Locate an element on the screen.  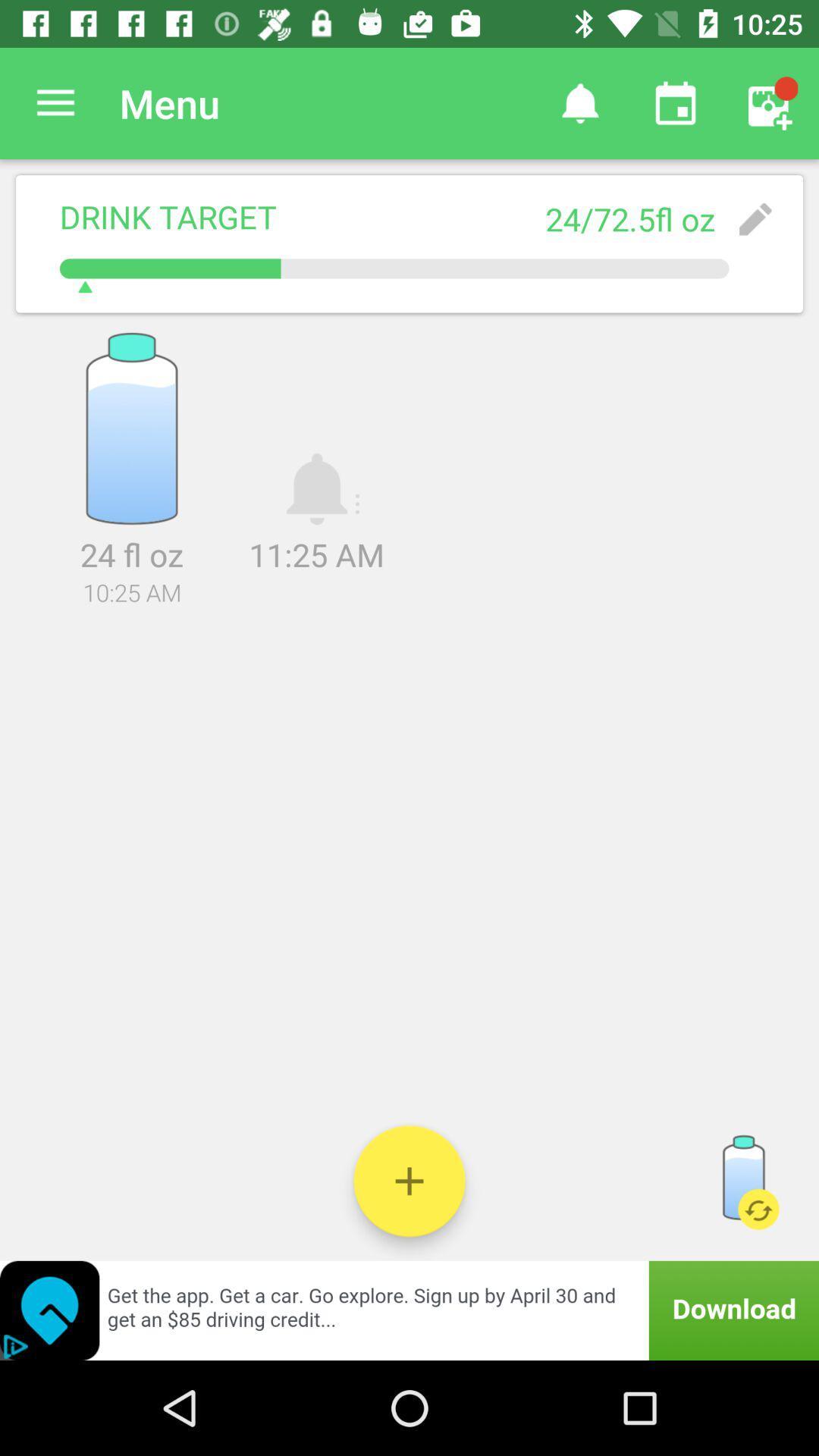
item at the bottom right corner is located at coordinates (742, 1180).